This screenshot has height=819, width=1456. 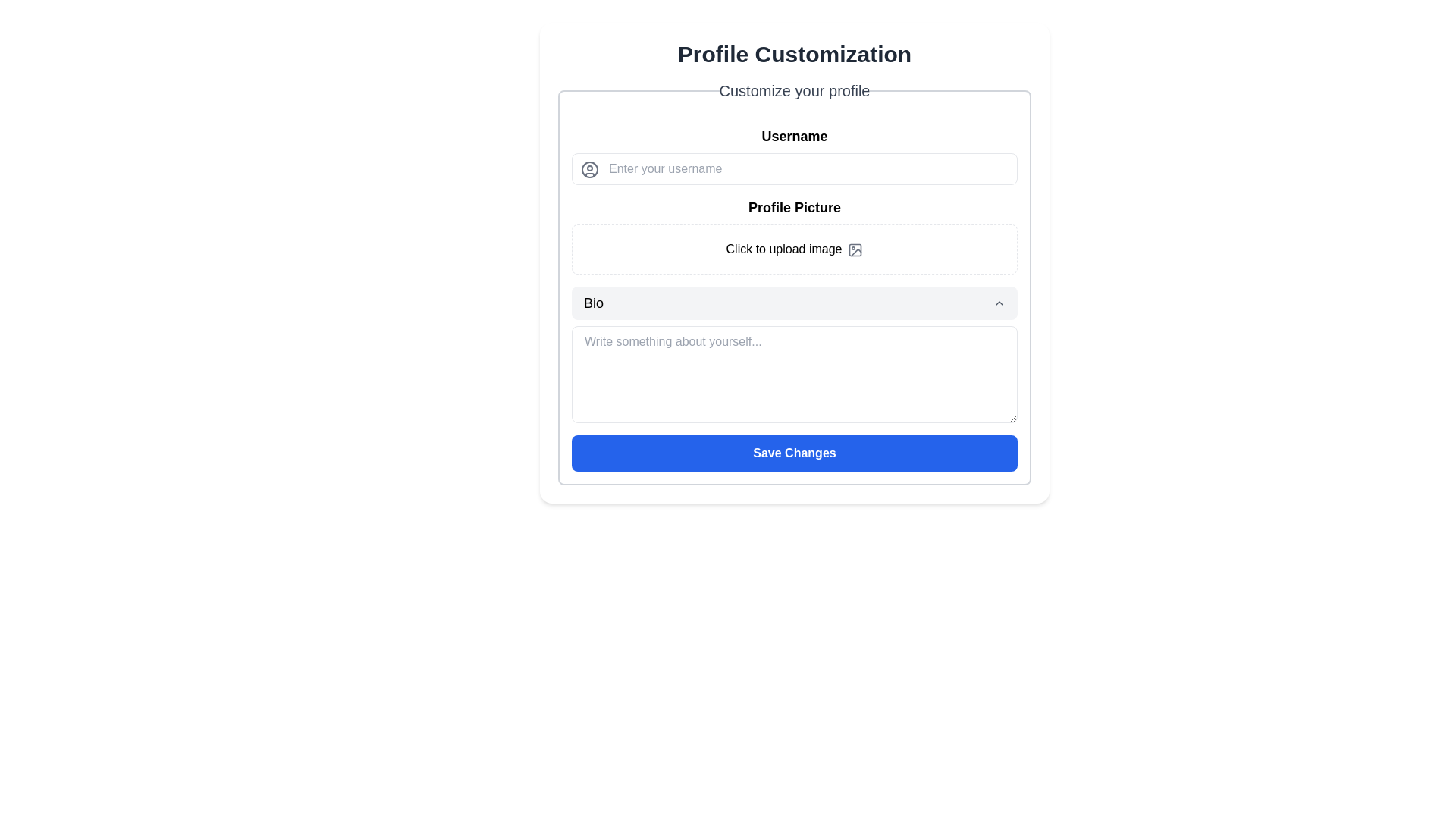 I want to click on the 'Bio' text label, which is styled in bold font and located on the left side of a light gray horizontal bar below the 'Profile Picture' section, so click(x=592, y=303).